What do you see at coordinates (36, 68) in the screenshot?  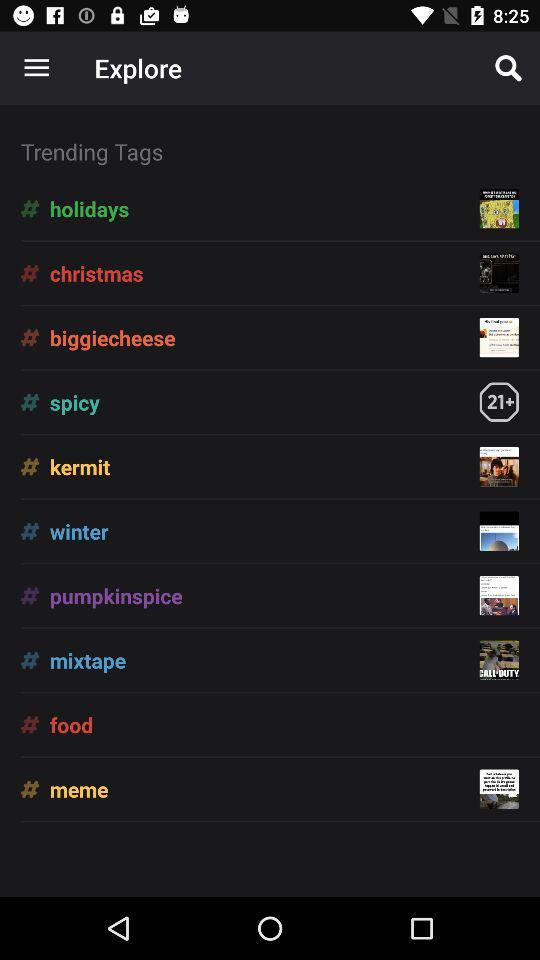 I see `the item next to the explore icon` at bounding box center [36, 68].